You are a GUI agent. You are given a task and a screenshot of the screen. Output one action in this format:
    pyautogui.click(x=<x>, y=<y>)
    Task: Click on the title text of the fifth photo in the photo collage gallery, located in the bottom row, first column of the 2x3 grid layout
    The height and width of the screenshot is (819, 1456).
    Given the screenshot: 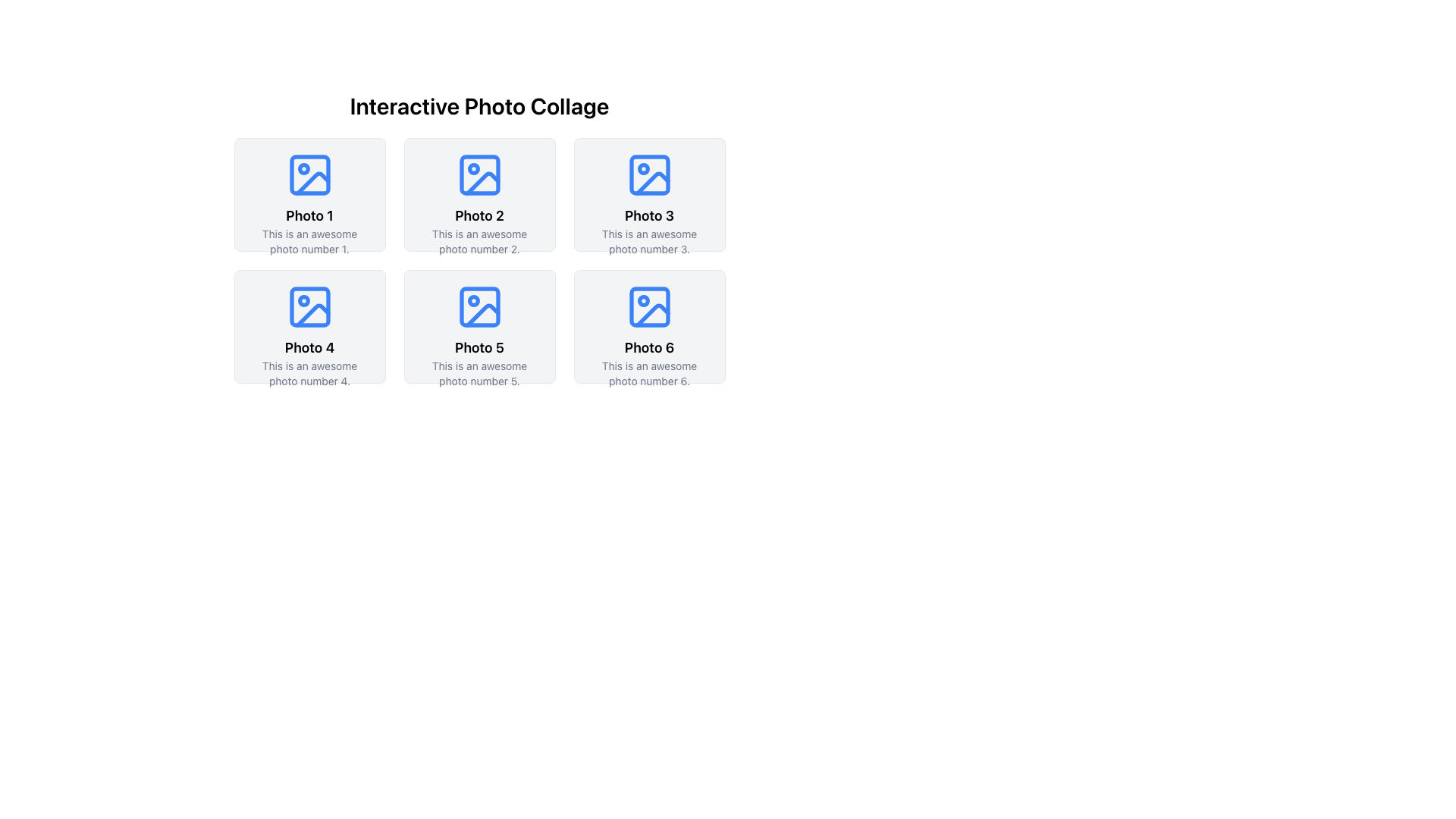 What is the action you would take?
    pyautogui.click(x=479, y=348)
    